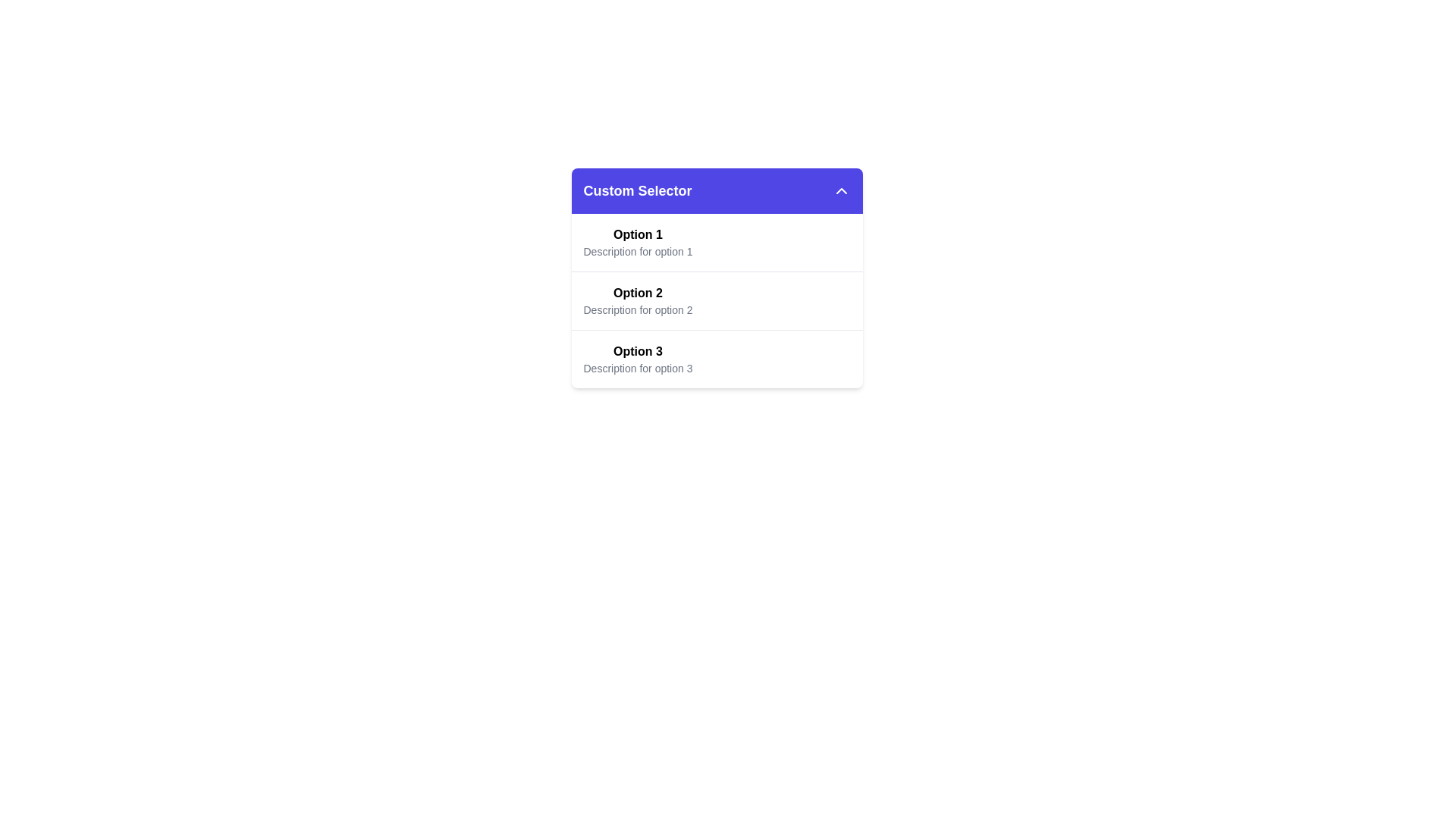  I want to click on the static text label that displays additional descriptive information about 'Option 1', which is located within the dropdown menu directly below the title text 'Option 1', so click(638, 250).